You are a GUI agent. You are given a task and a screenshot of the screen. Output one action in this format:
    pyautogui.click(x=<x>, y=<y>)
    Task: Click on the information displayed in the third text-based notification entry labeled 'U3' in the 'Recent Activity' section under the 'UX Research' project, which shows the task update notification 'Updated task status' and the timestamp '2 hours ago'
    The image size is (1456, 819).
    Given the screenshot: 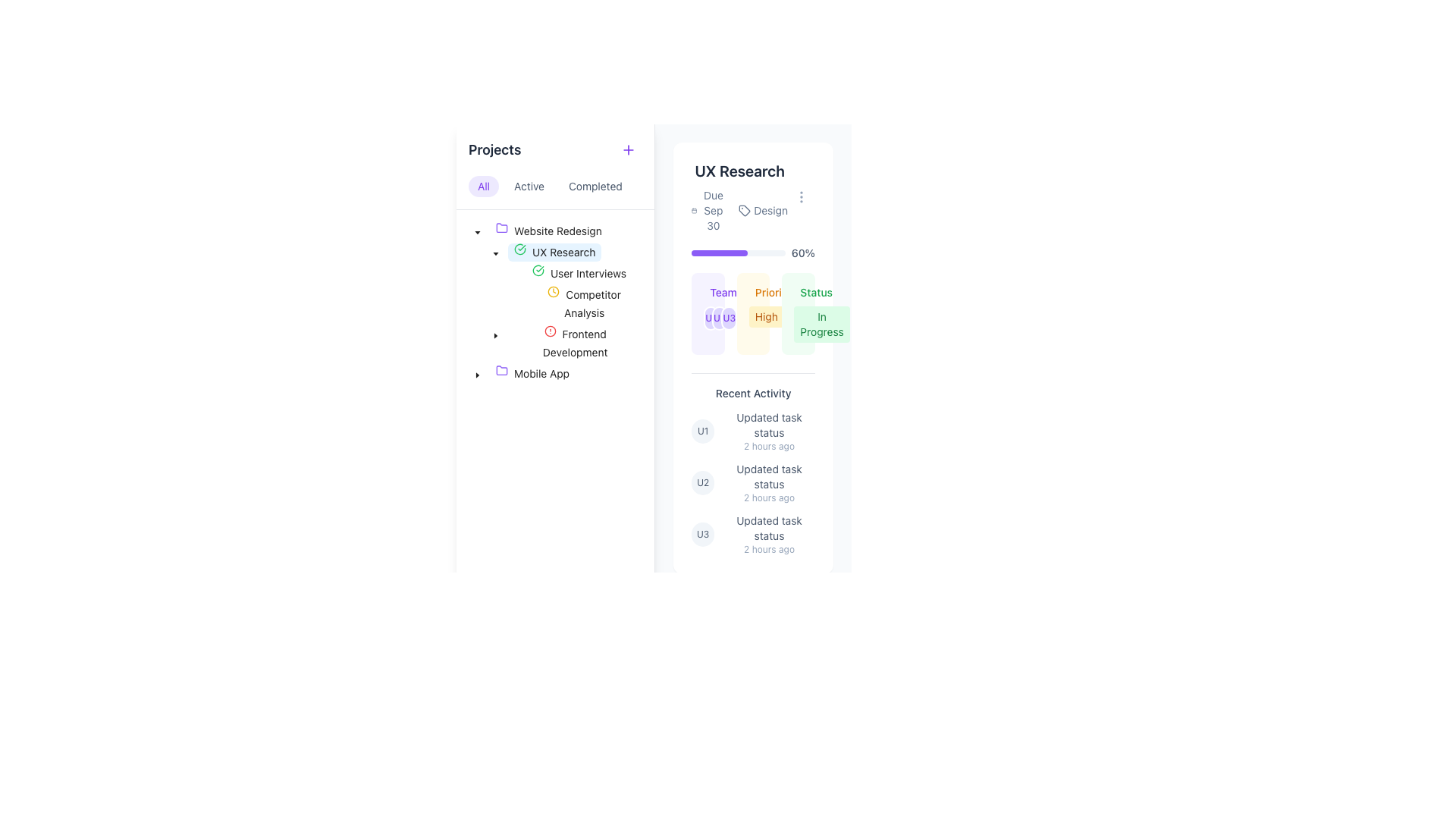 What is the action you would take?
    pyautogui.click(x=769, y=534)
    